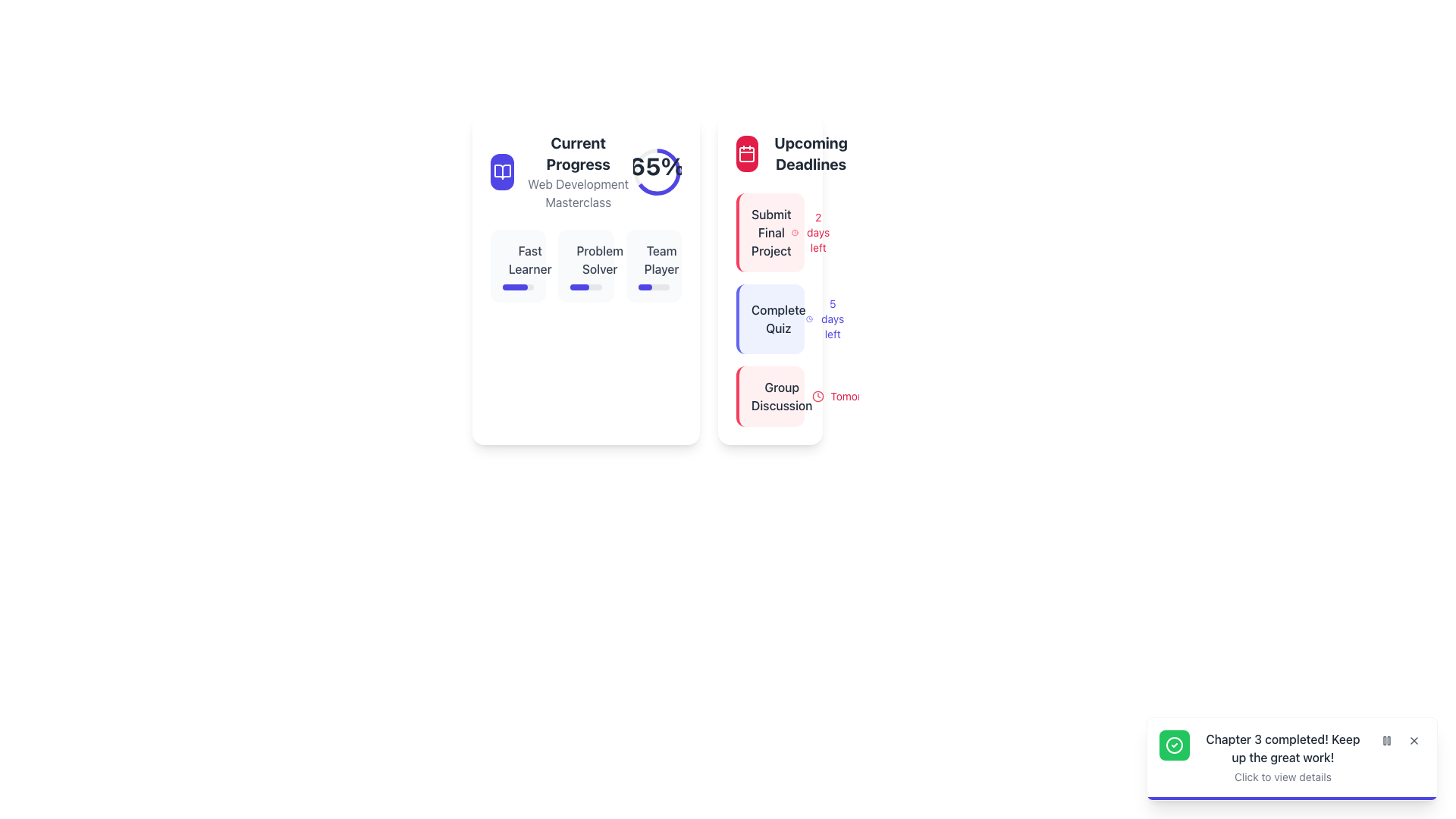 The width and height of the screenshot is (1456, 819). I want to click on the horizontal progress bar with rounded corners, styled in blue, located directly below the 'Fast Learner' label in the left panel's 'Current Progress' section, so click(518, 287).